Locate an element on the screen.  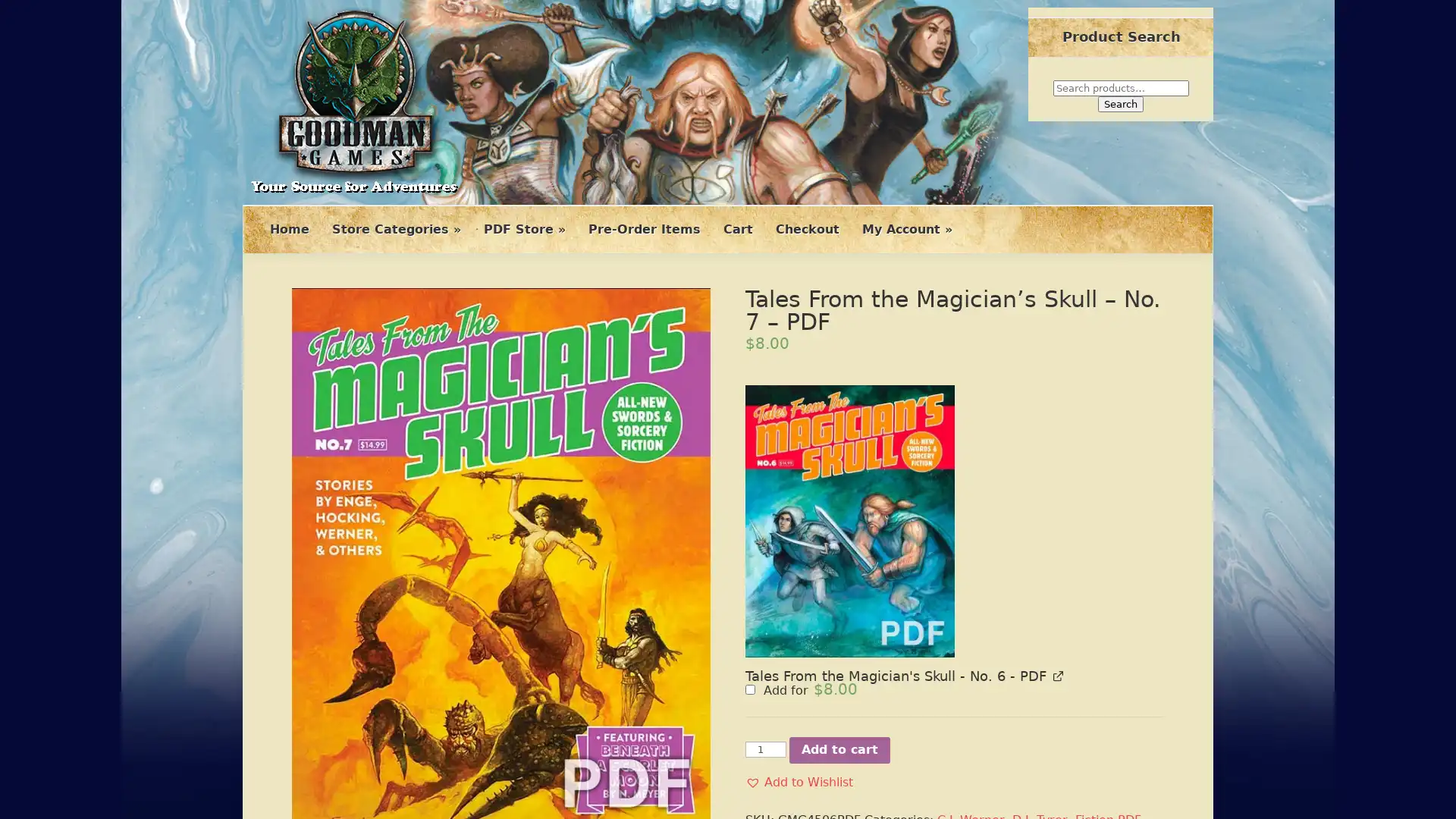
Add to cart is located at coordinates (839, 547).